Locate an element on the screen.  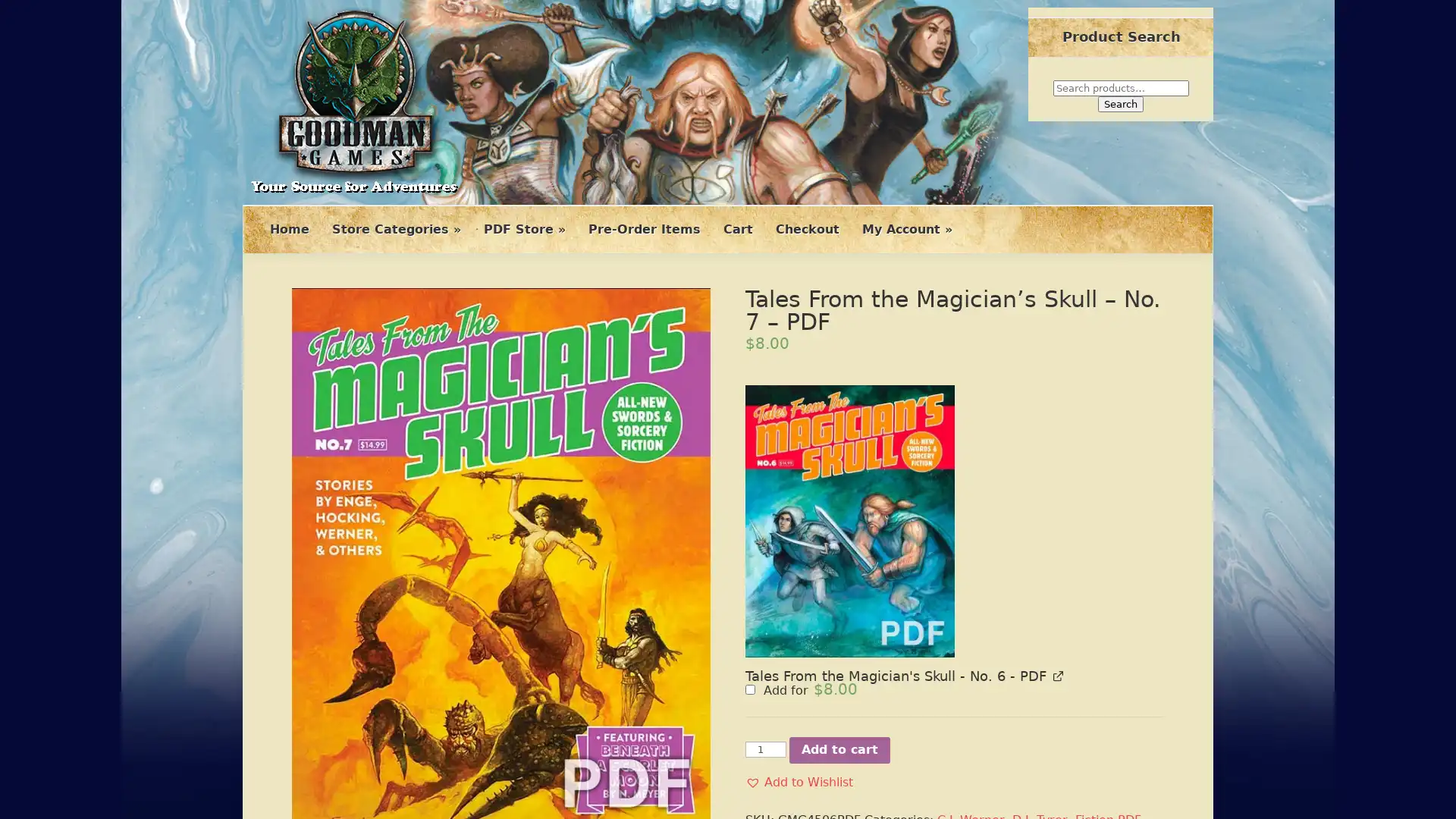
Add to cart is located at coordinates (839, 547).